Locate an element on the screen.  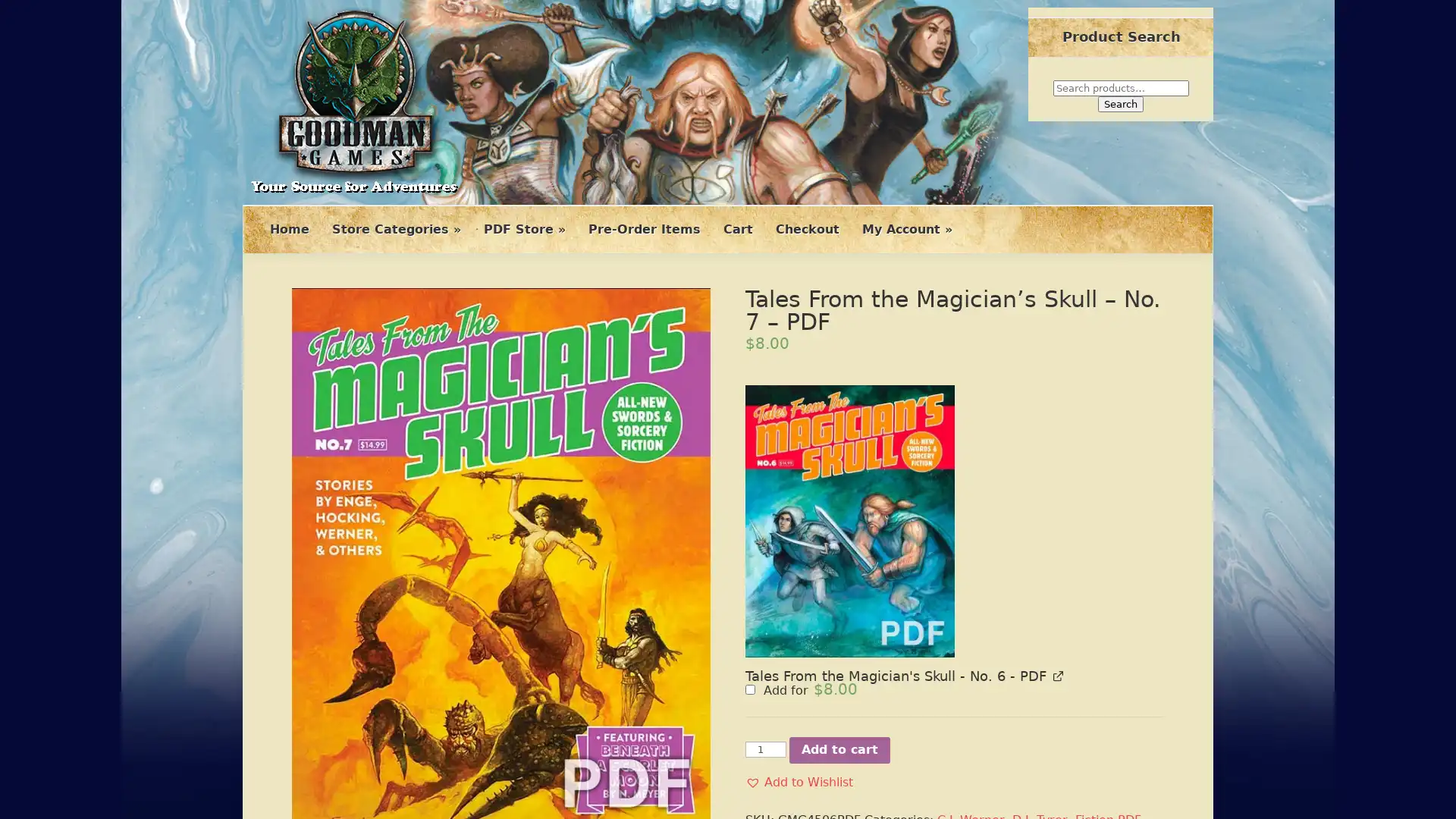
Add to cart is located at coordinates (839, 547).